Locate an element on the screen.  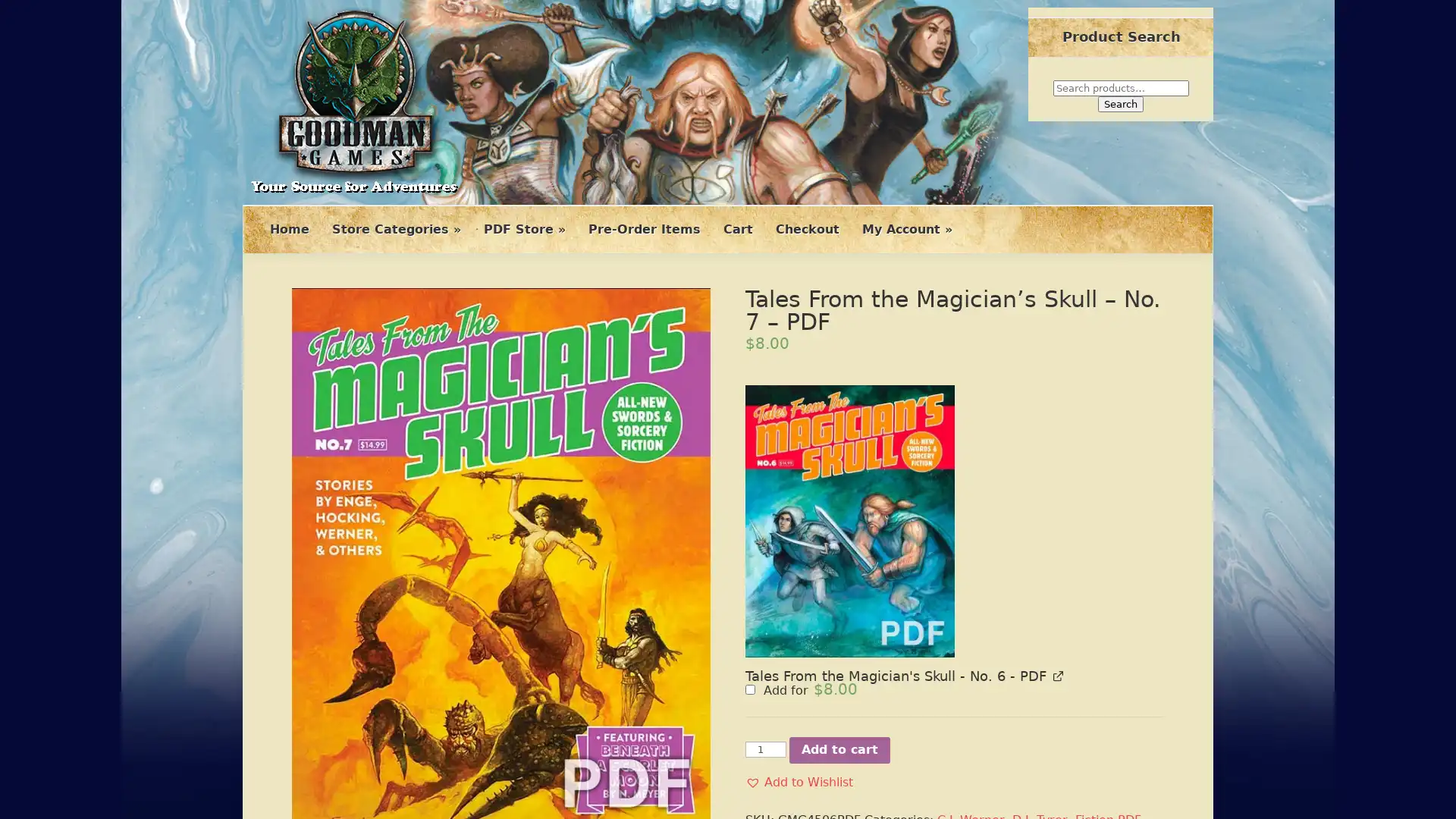
Add to cart is located at coordinates (839, 547).